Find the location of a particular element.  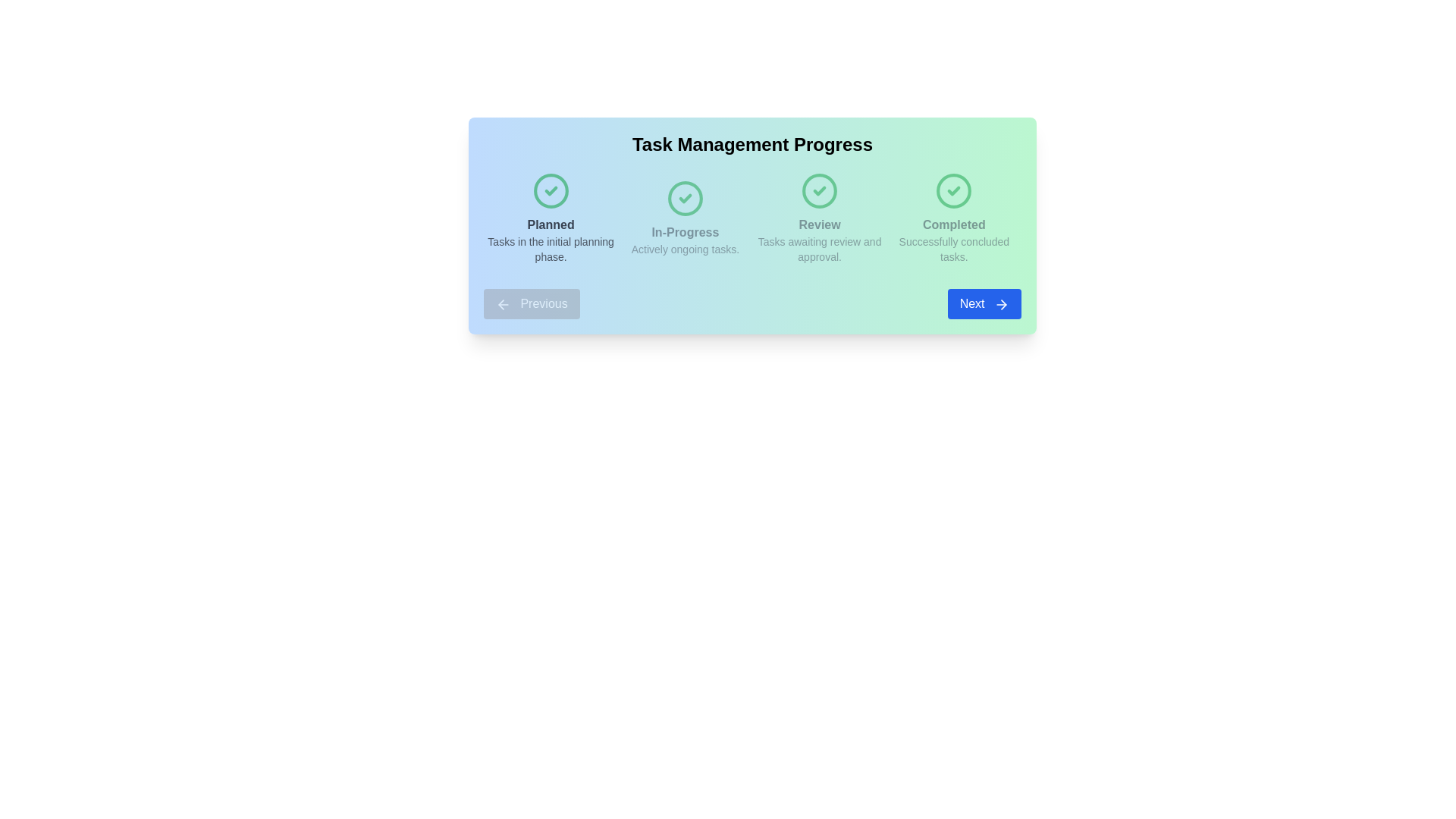

the 'Next' button to navigate to the next stage is located at coordinates (984, 304).